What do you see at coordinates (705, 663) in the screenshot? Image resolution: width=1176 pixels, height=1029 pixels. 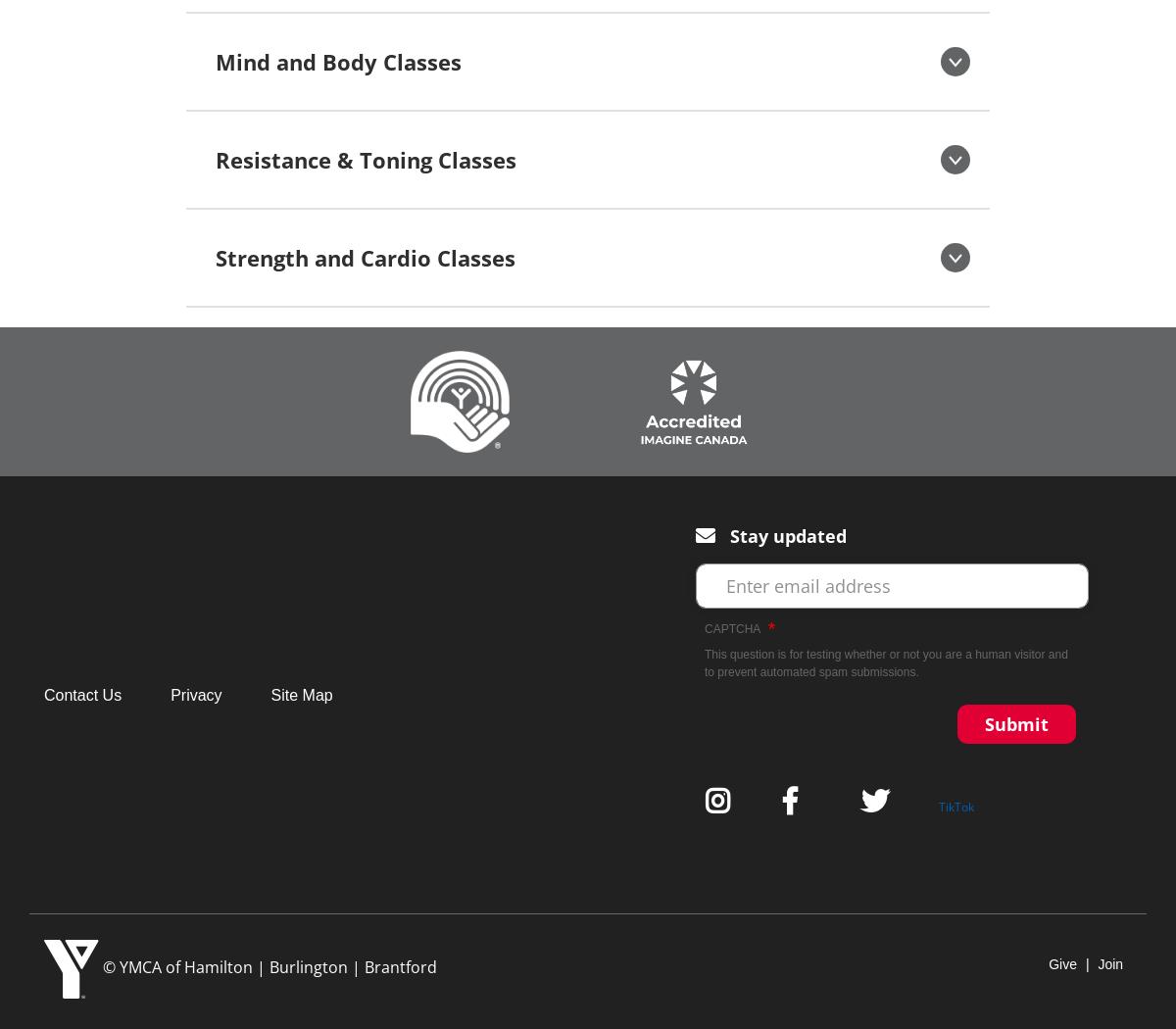 I see `'This question is for testing whether or not you are a human visitor and to prevent automated spam submissions.'` at bounding box center [705, 663].